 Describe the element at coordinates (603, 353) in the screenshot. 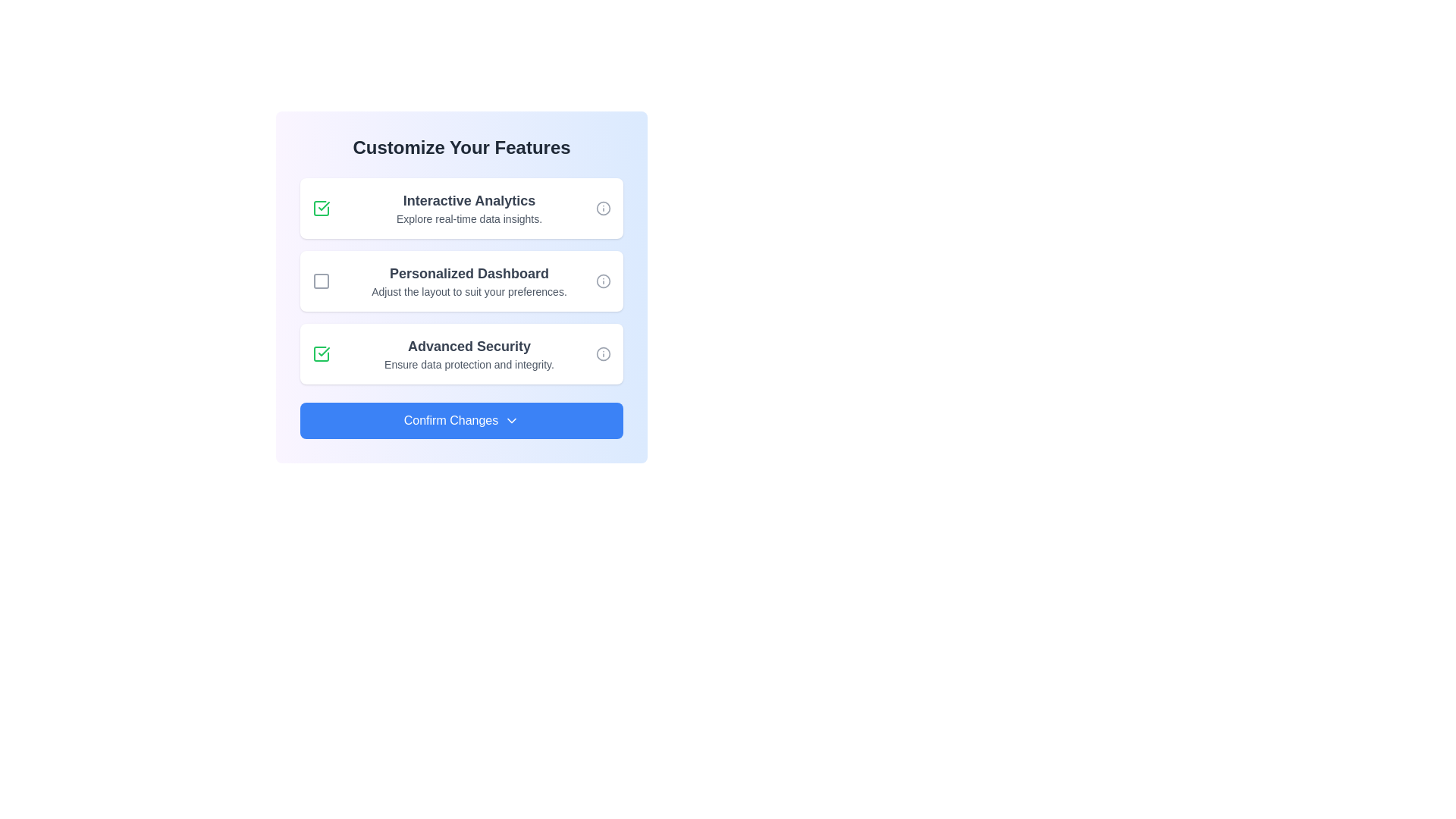

I see `the informational icon located to the far-right of the 'Advanced Security' option to retrieve more information` at that location.